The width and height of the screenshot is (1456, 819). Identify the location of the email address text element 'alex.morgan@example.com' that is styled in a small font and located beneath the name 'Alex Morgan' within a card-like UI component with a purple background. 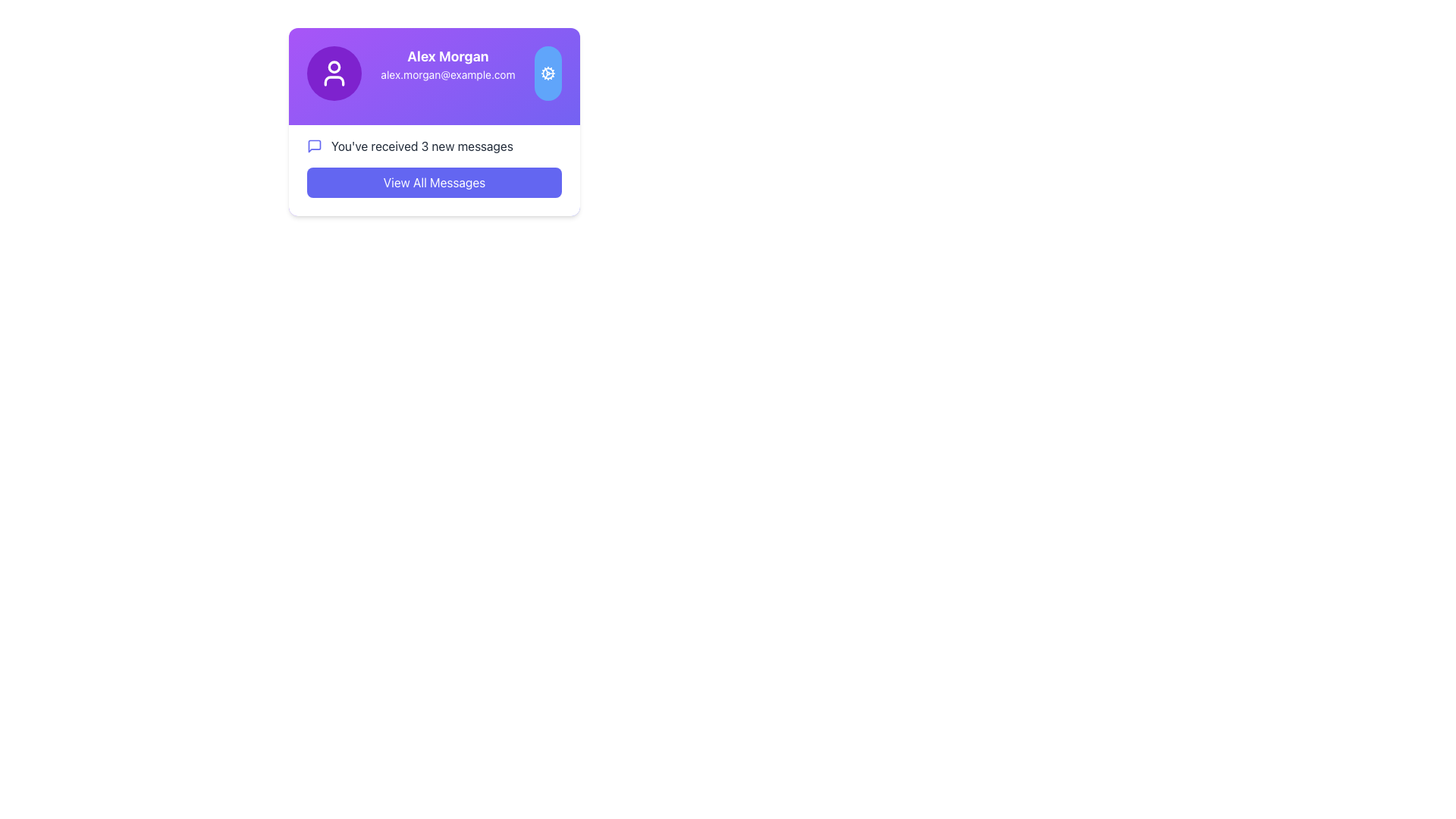
(447, 75).